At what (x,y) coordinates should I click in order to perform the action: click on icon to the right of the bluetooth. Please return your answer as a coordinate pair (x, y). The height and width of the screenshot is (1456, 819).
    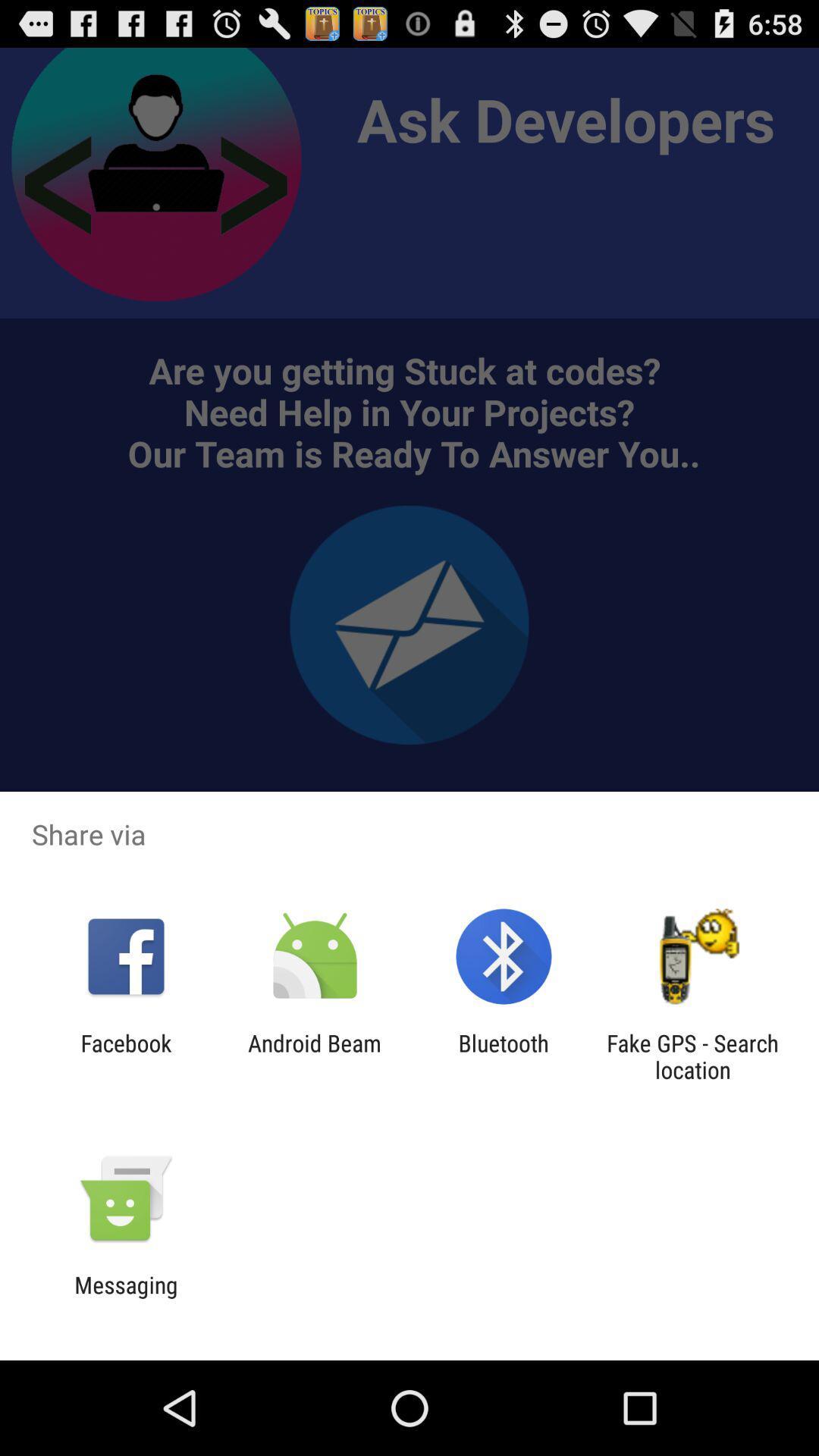
    Looking at the image, I should click on (692, 1056).